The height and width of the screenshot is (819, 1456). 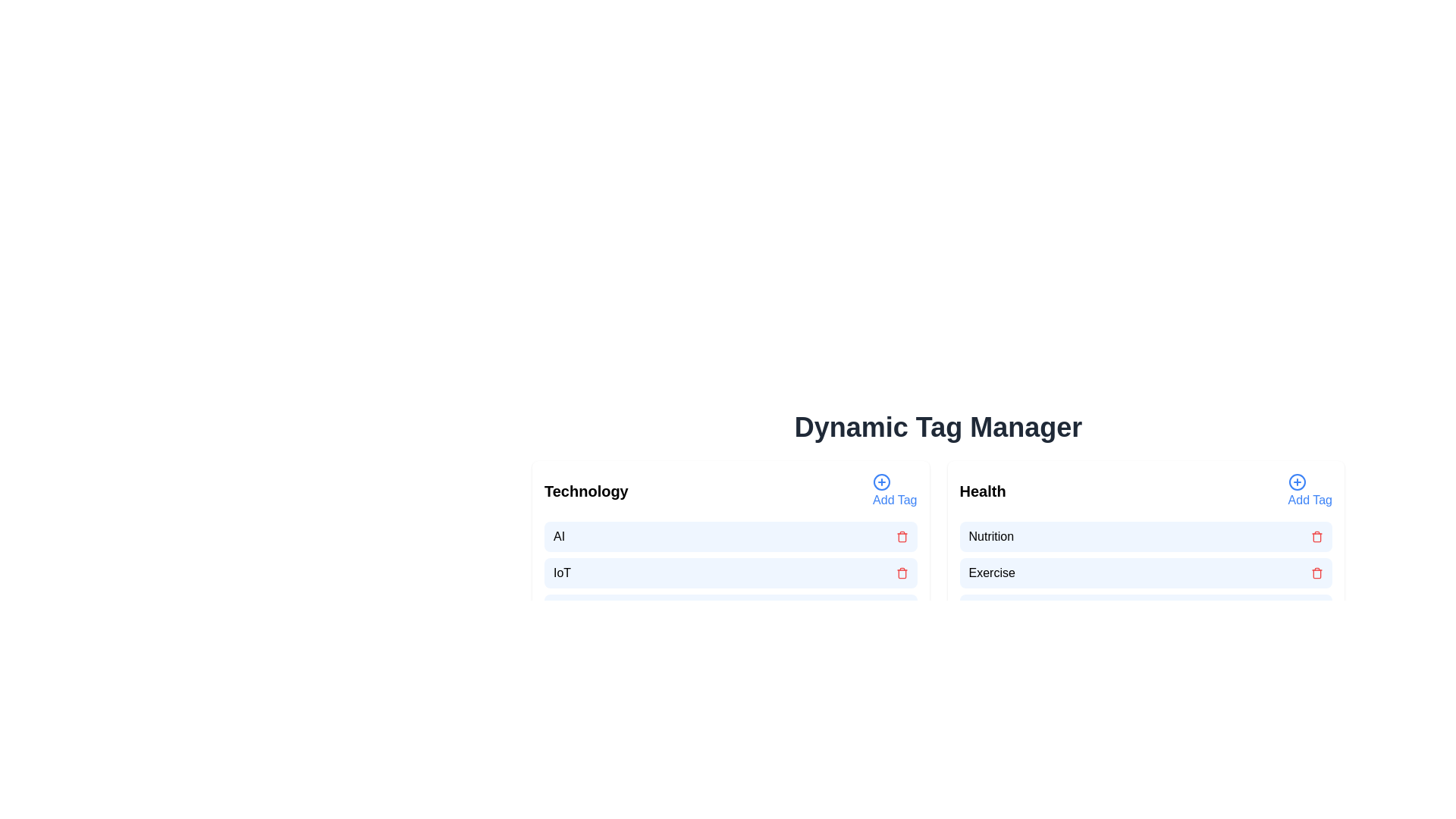 I want to click on the button for adding a new tag to the 'Technology' category to observe the style change, so click(x=895, y=491).